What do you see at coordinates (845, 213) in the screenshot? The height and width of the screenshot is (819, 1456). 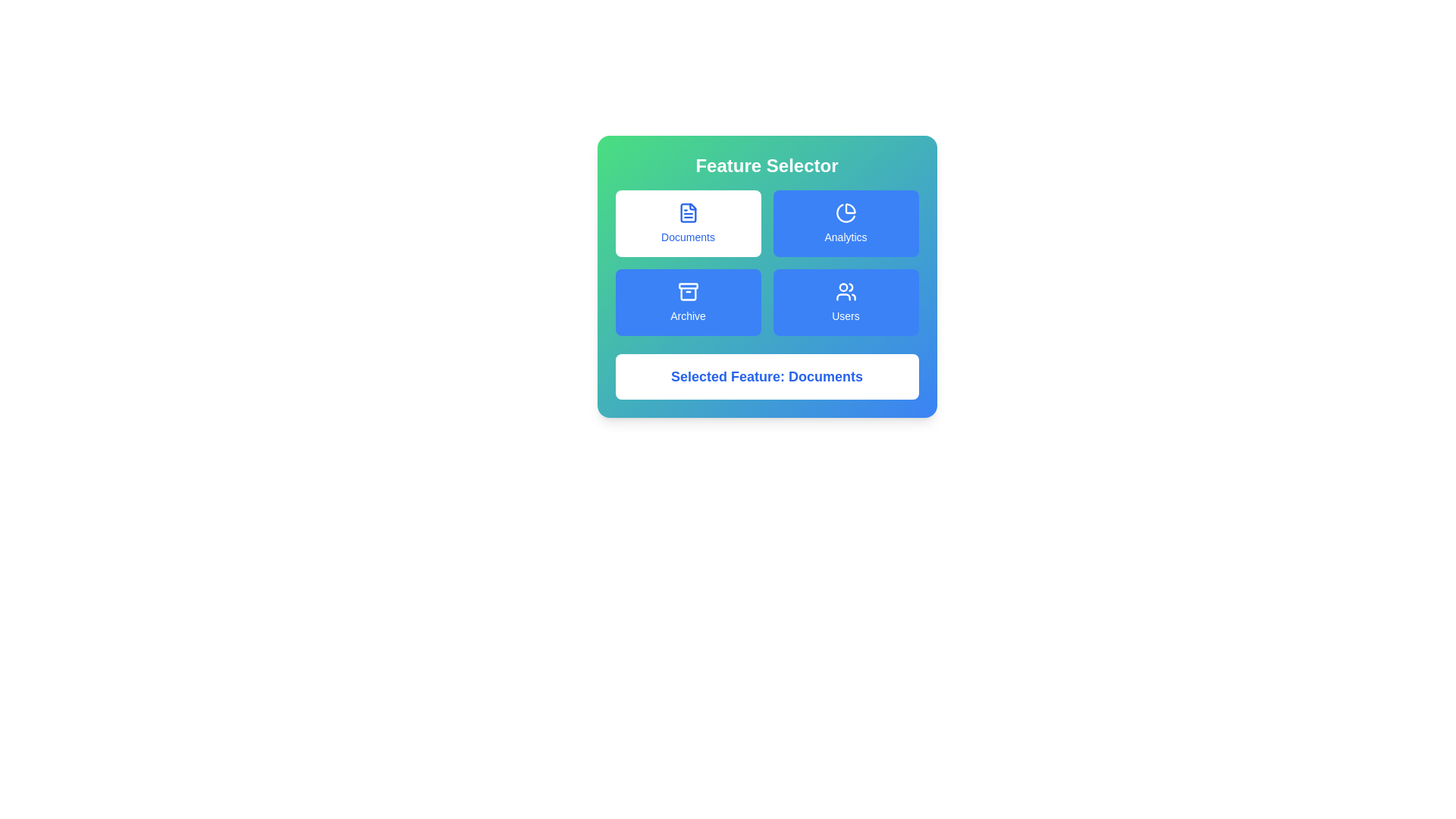 I see `the pie chart icon styled in a minimalistic fashion, located in the top-right quadrant of the 'Feature Selector' interface, representing the 'Analytics' option` at bounding box center [845, 213].